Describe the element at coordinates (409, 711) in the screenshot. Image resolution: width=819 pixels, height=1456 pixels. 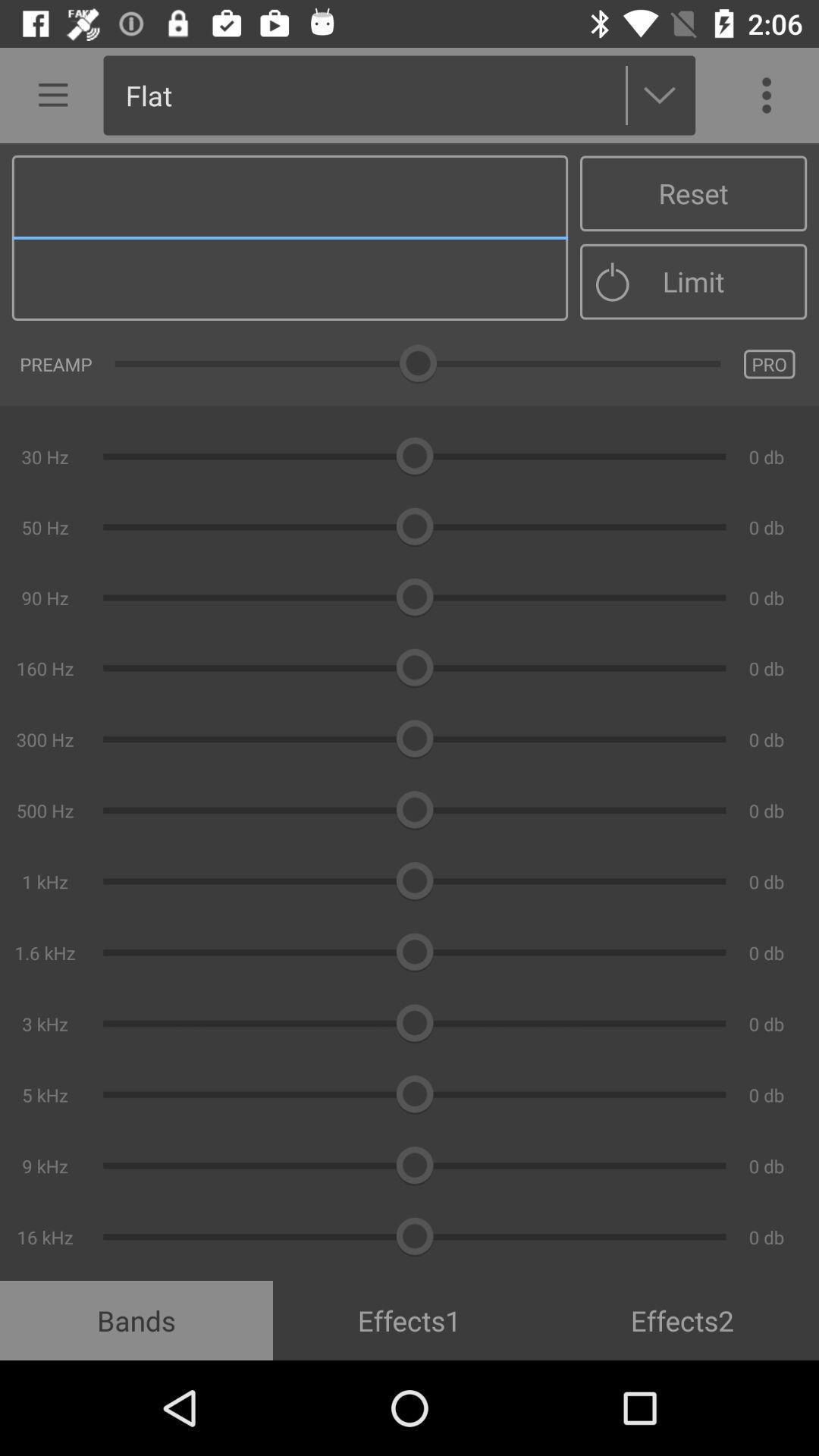
I see `adjust a variety of sound settings` at that location.